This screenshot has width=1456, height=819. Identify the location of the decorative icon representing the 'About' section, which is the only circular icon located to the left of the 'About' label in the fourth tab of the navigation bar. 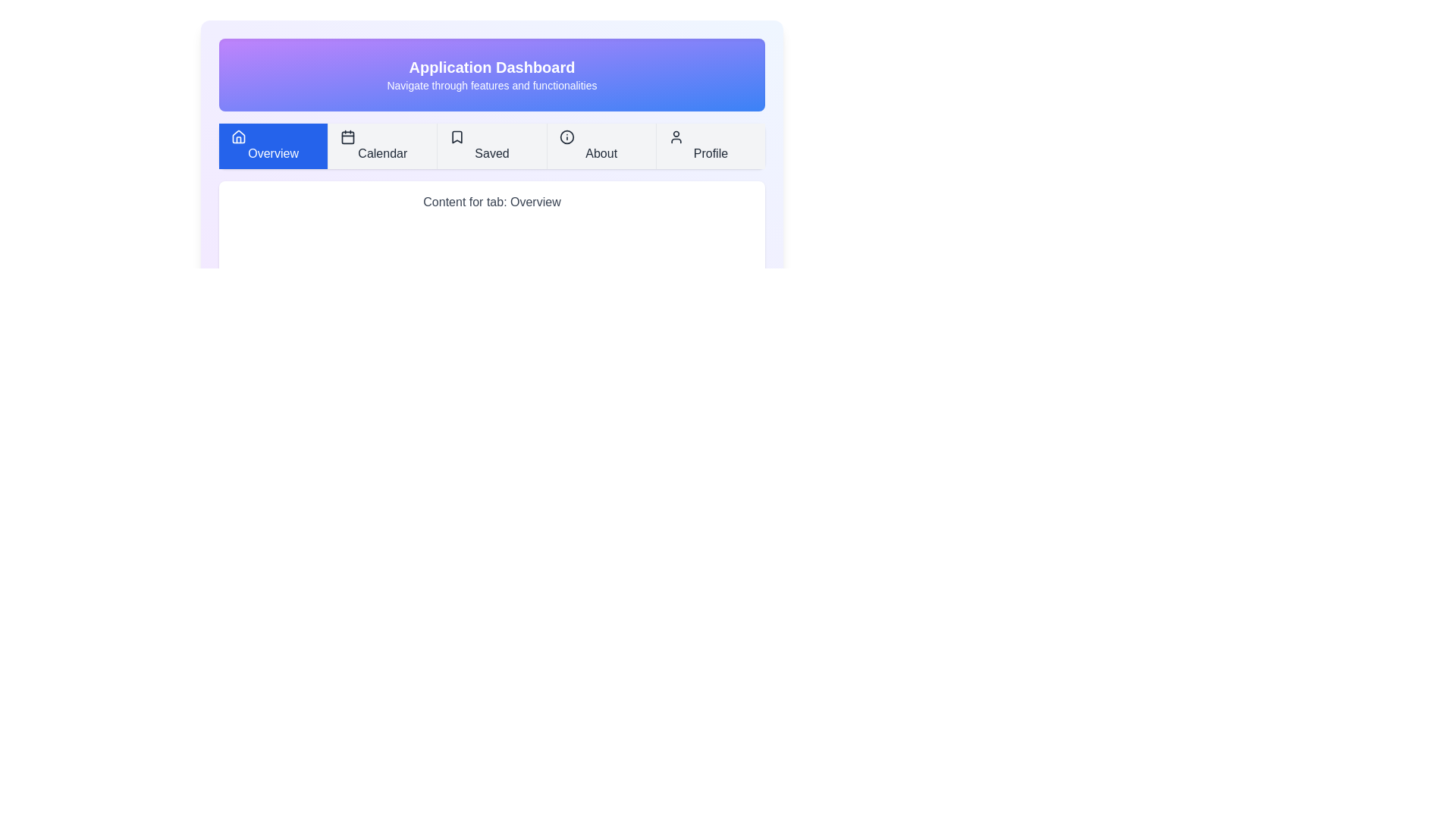
(566, 137).